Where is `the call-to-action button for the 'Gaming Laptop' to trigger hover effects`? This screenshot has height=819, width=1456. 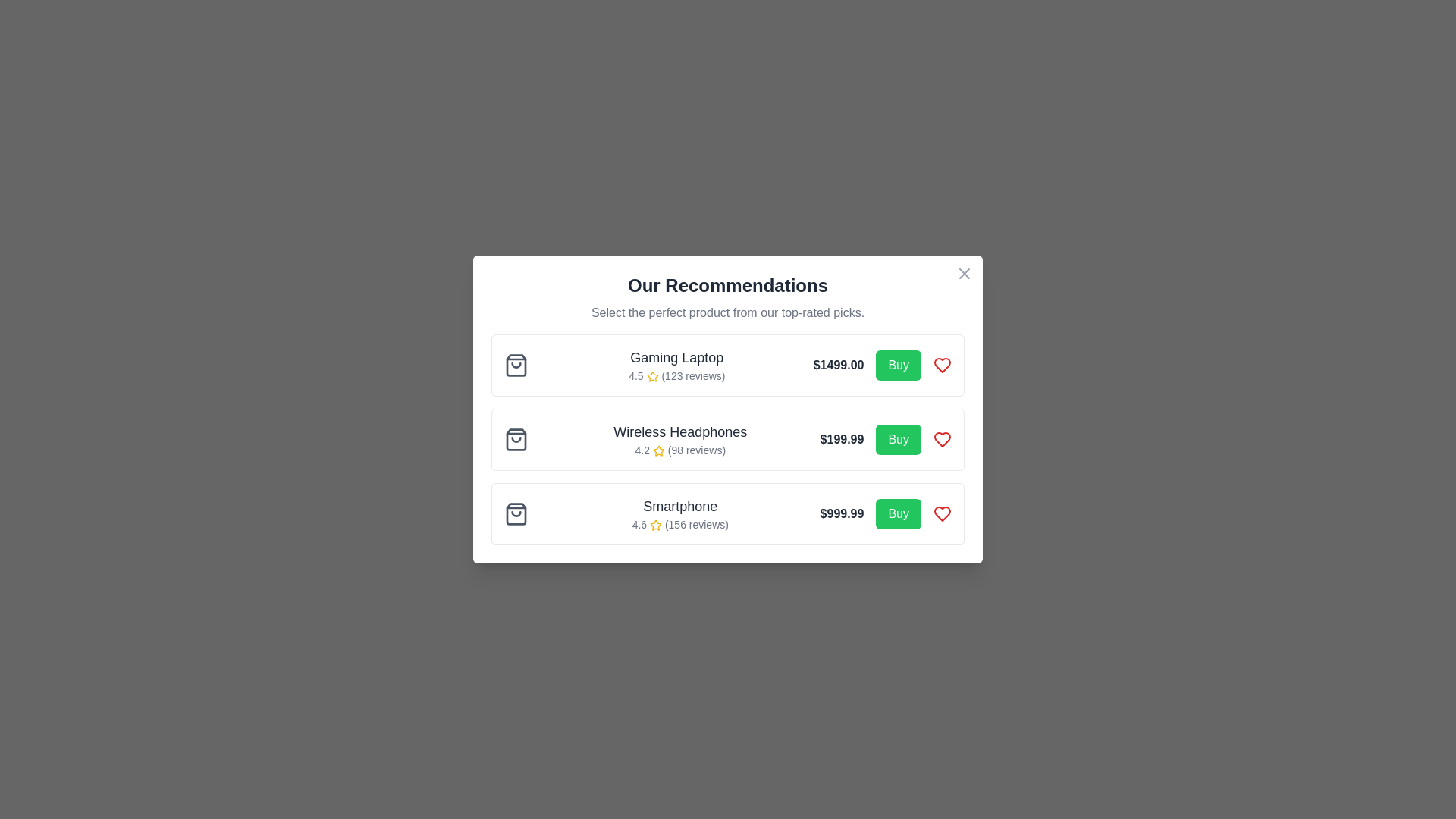 the call-to-action button for the 'Gaming Laptop' to trigger hover effects is located at coordinates (899, 366).